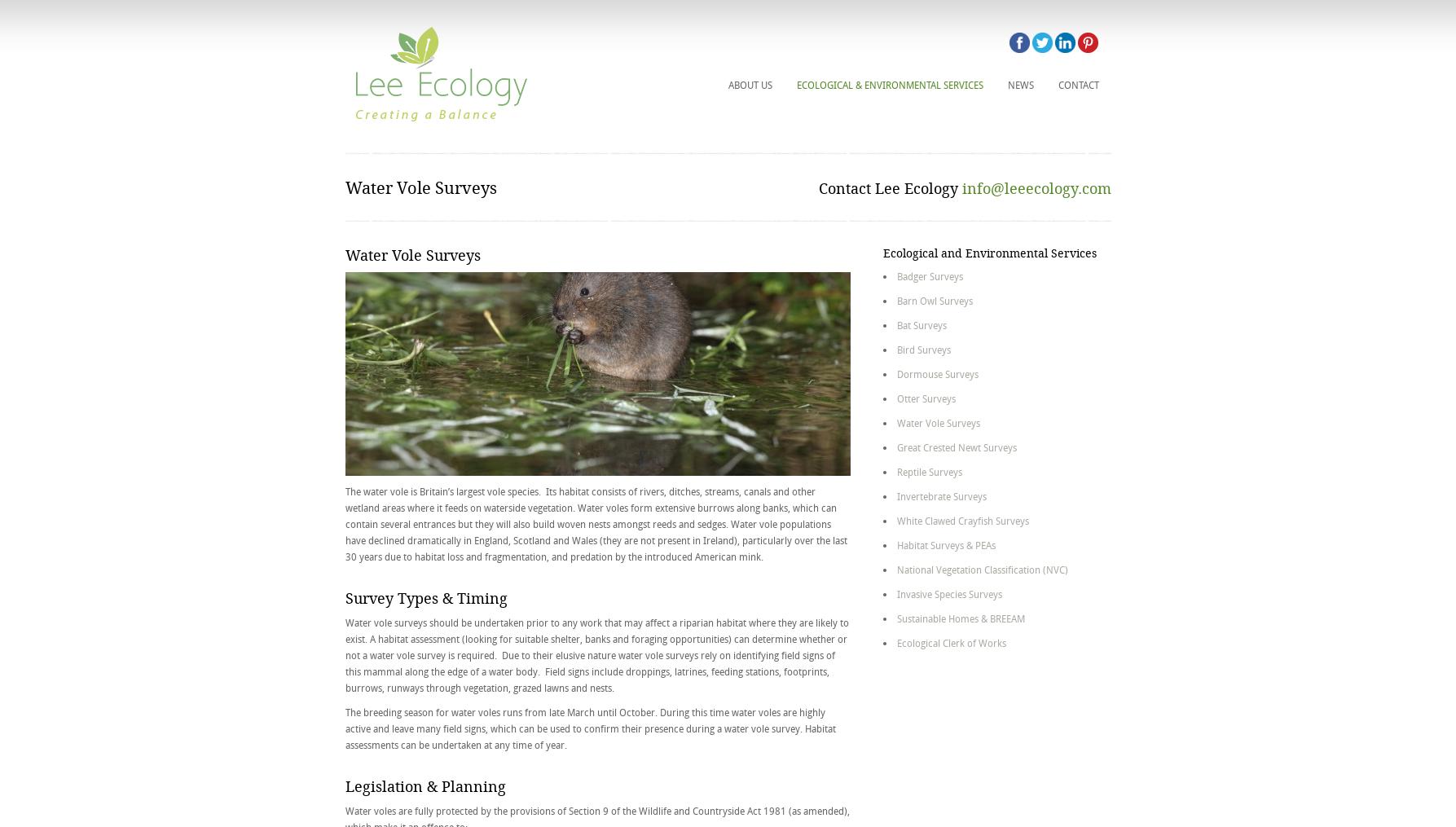  What do you see at coordinates (962, 520) in the screenshot?
I see `'White Clawed Crayfish Surveys'` at bounding box center [962, 520].